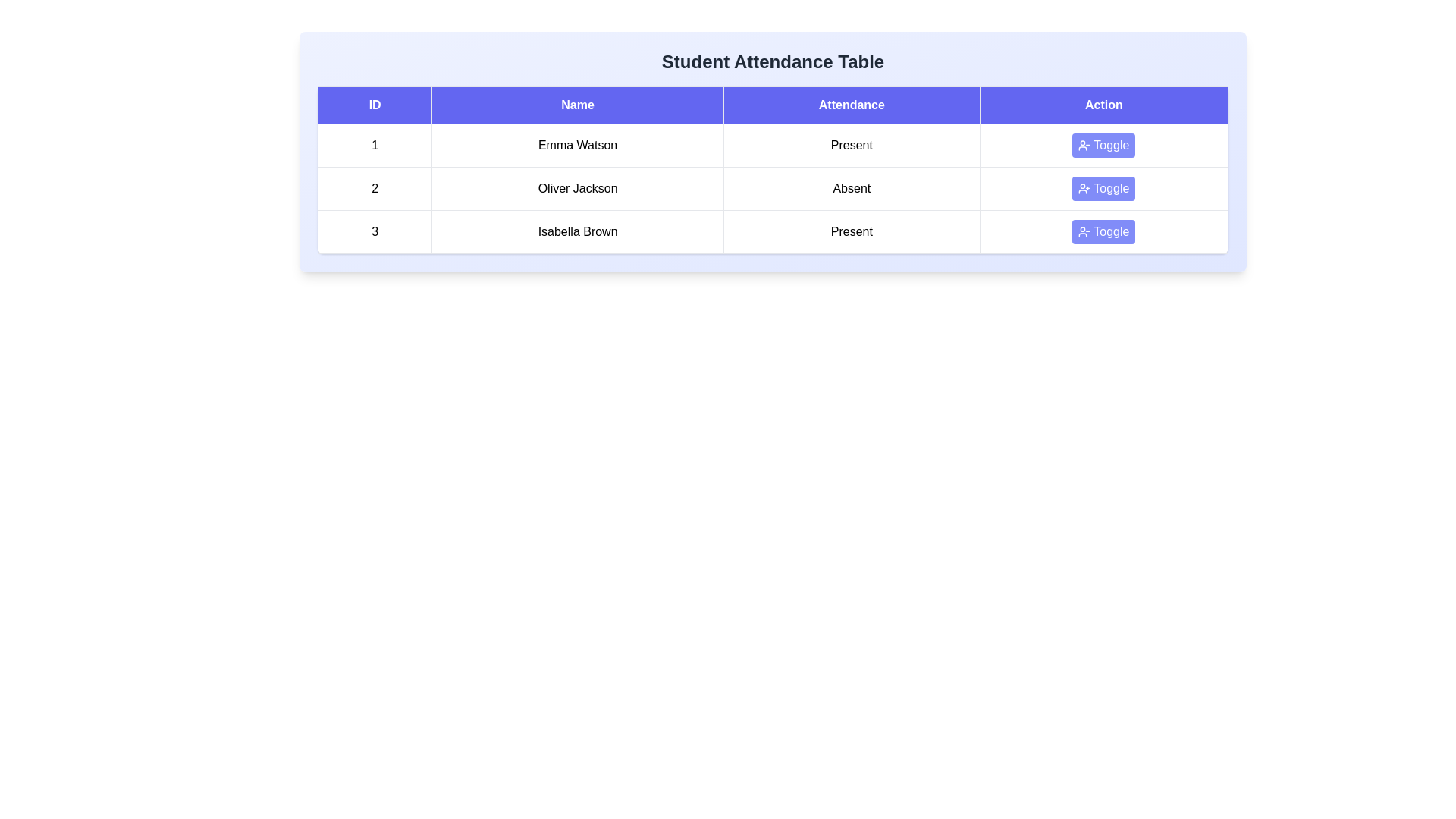  Describe the element at coordinates (577, 231) in the screenshot. I see `the label representing the student 'Isabella Brown' in the 'Student Attendance Table' under the 'Name' column` at that location.